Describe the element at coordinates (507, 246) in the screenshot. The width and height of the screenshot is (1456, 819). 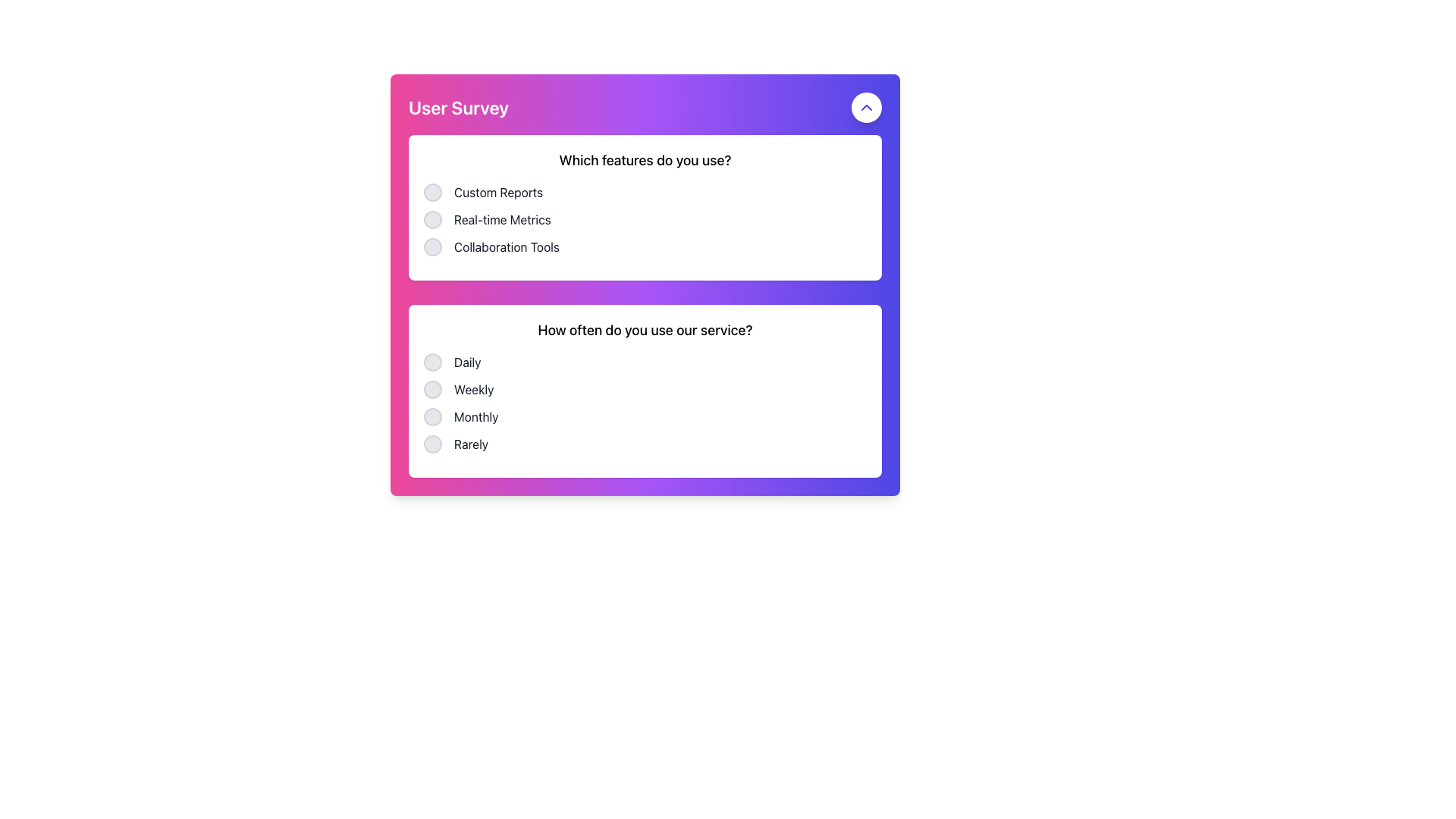
I see `the 'Collaboration Tools' text label, which is styled in gray and is the third option under 'Which features do you use?'` at that location.